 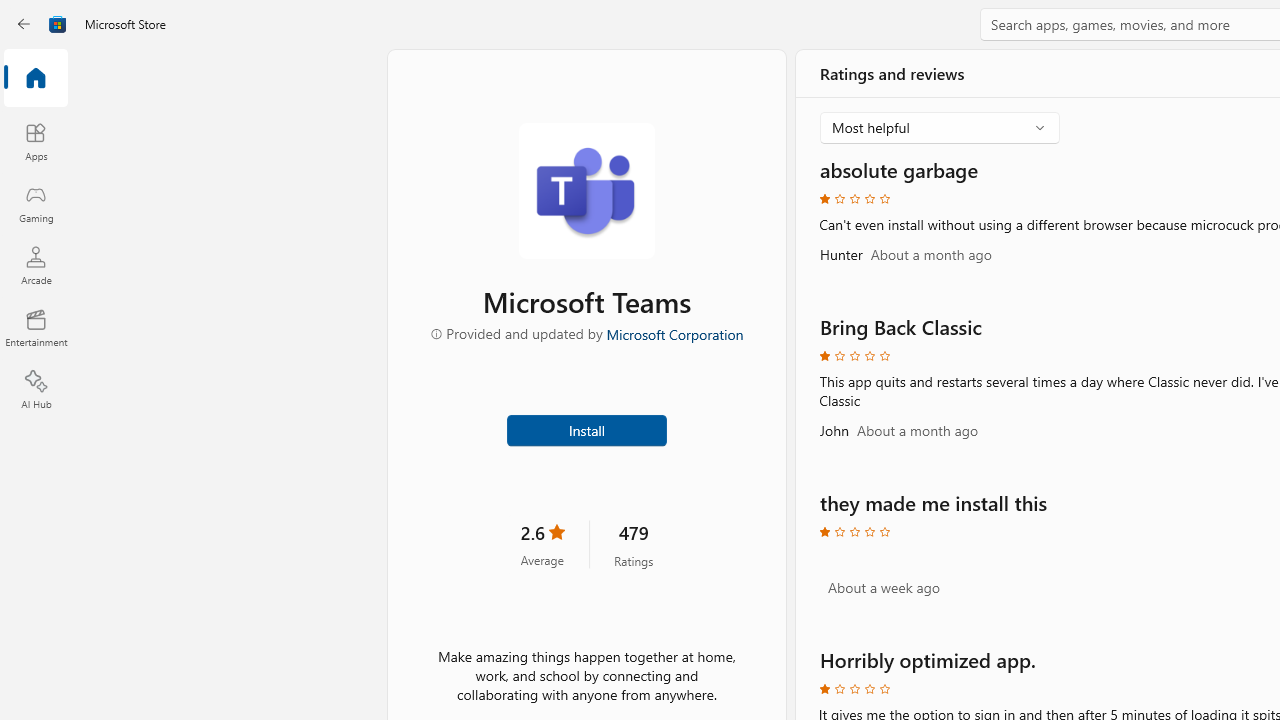 What do you see at coordinates (58, 24) in the screenshot?
I see `'Class: Image'` at bounding box center [58, 24].